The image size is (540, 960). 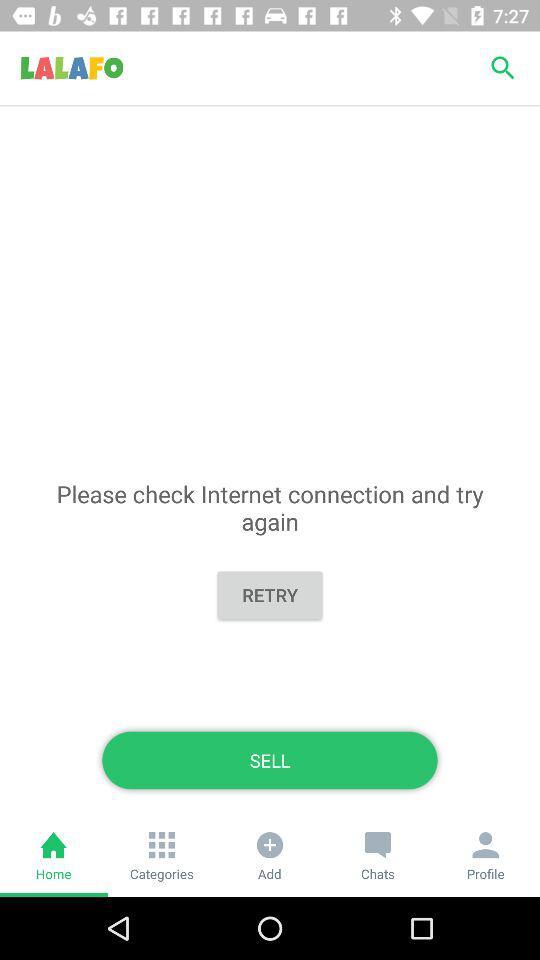 What do you see at coordinates (270, 759) in the screenshot?
I see `item below retry icon` at bounding box center [270, 759].